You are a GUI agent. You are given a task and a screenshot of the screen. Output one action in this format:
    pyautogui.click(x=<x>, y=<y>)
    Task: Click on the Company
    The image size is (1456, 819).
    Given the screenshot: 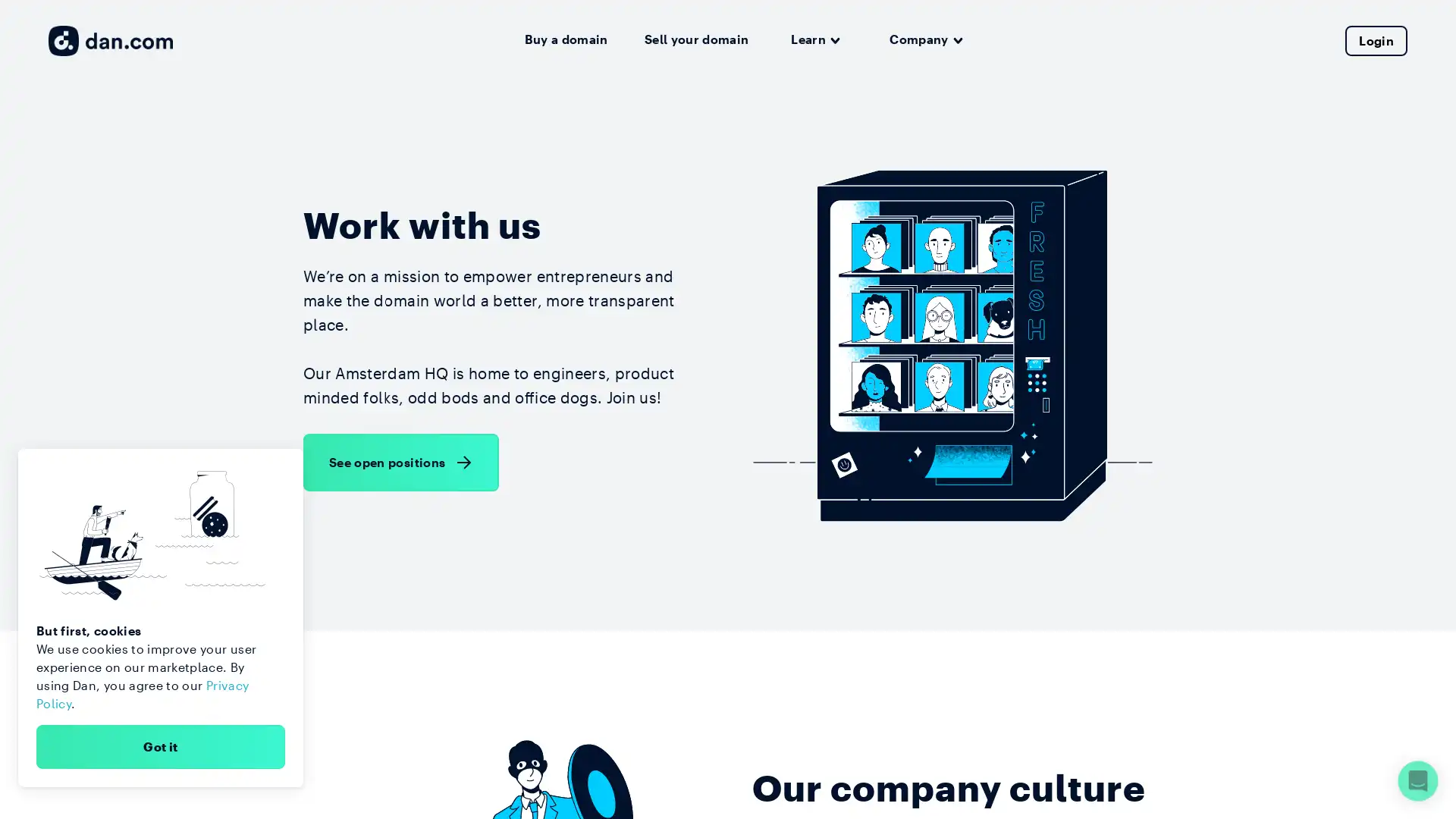 What is the action you would take?
    pyautogui.click(x=925, y=39)
    